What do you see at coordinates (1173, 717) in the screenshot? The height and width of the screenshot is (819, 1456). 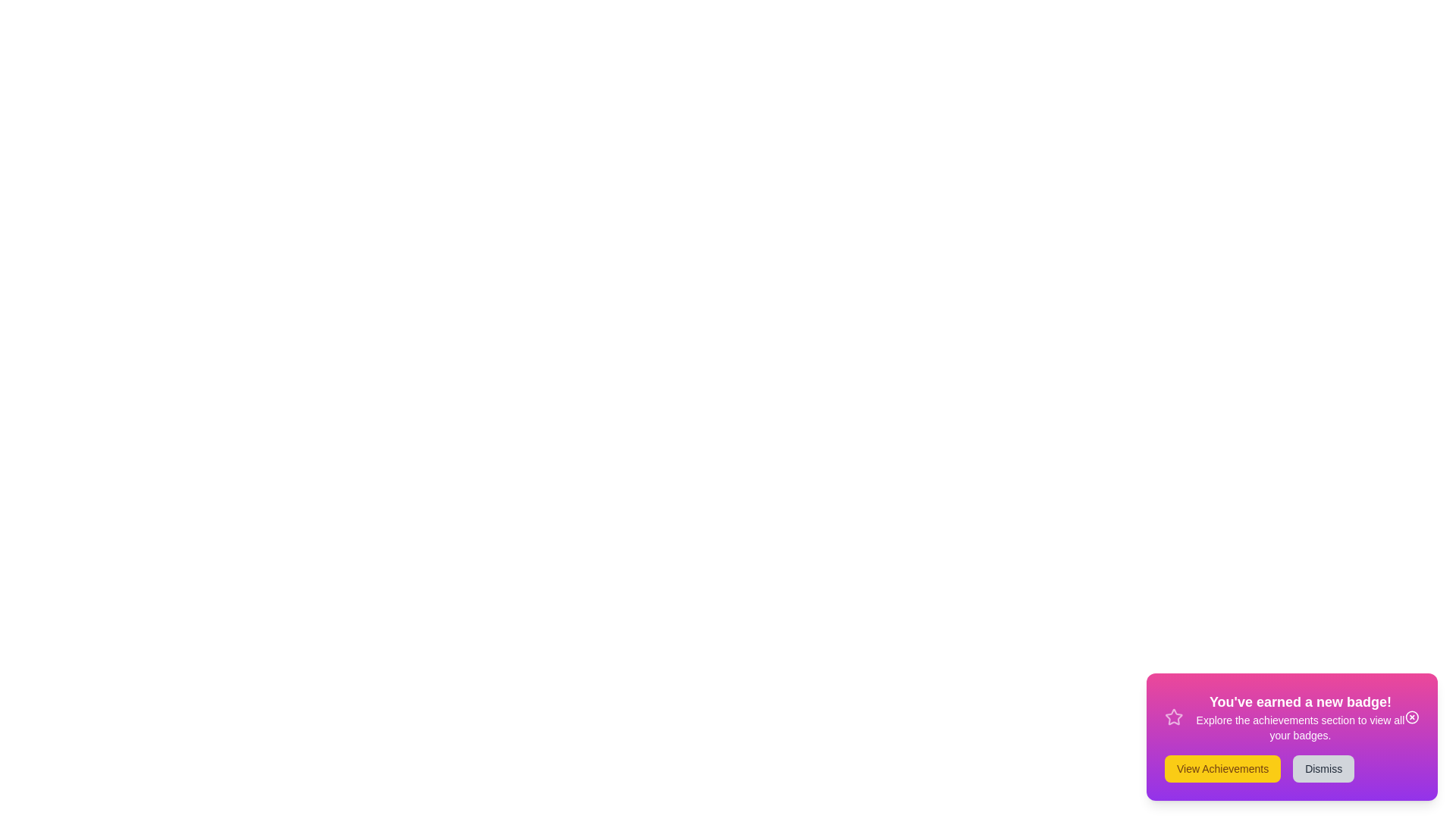 I see `the badge icon to inspect its visual feedback` at bounding box center [1173, 717].